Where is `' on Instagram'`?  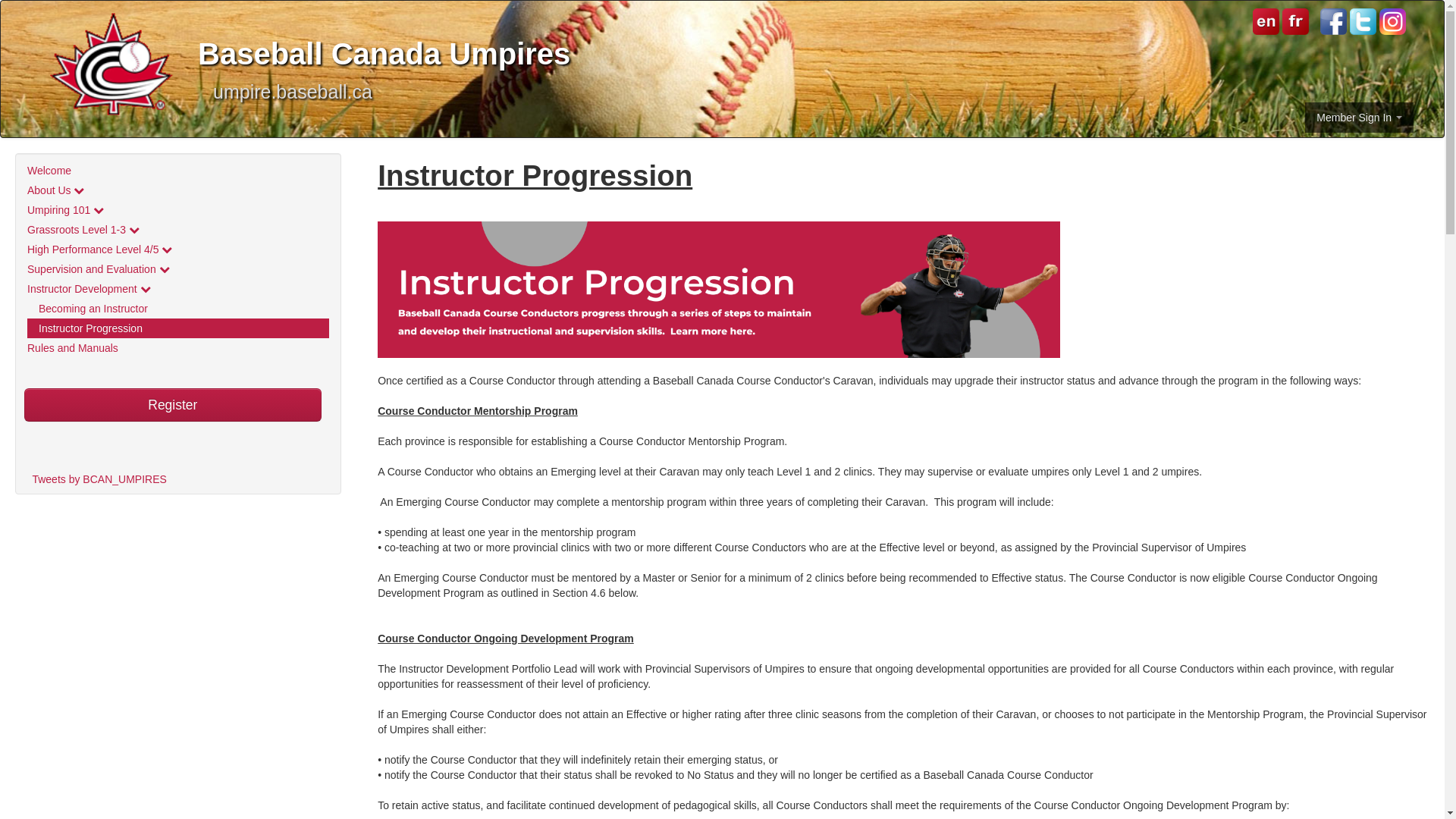
' on Instagram' is located at coordinates (1379, 21).